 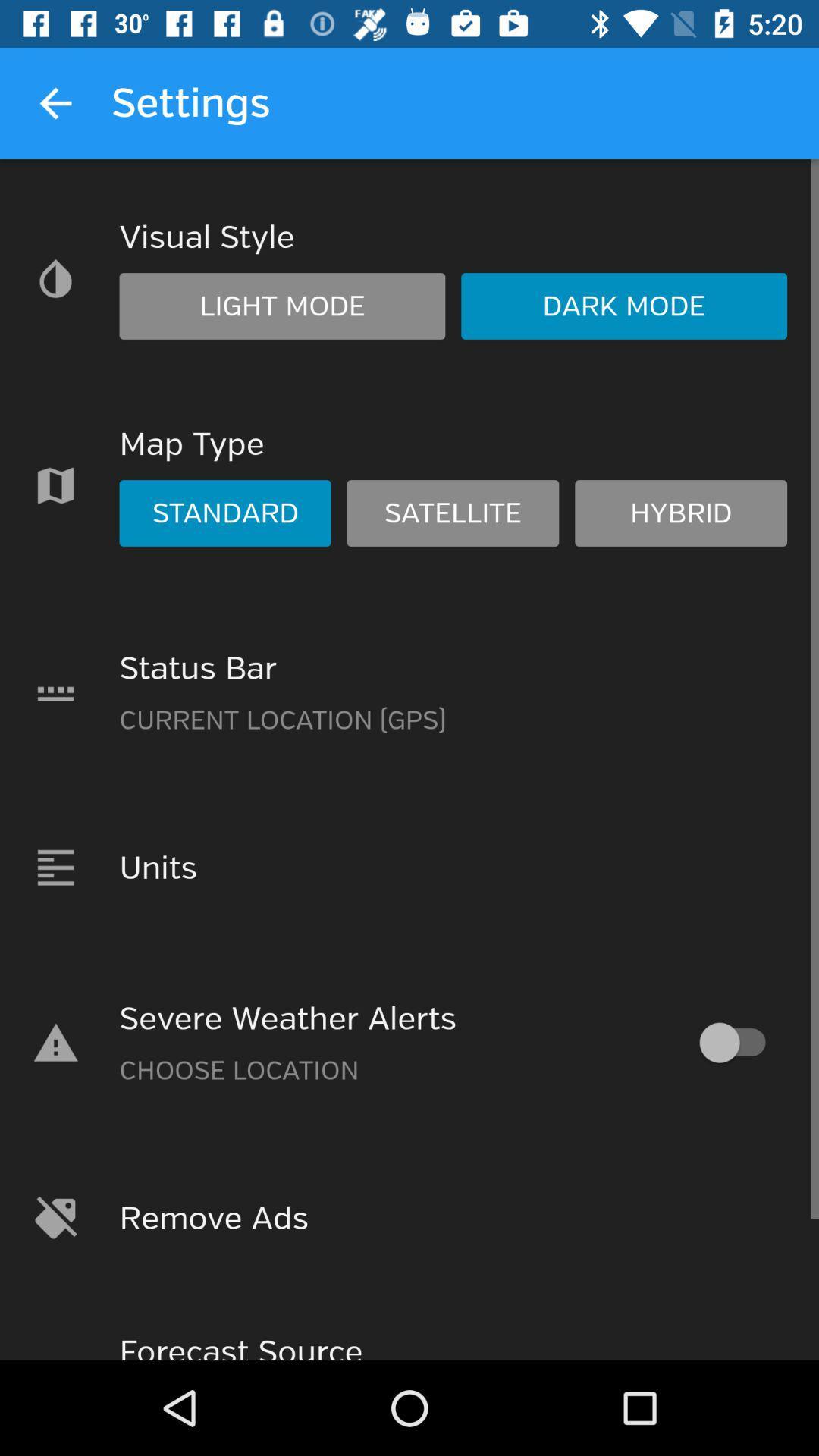 What do you see at coordinates (739, 1042) in the screenshot?
I see `the onoff icon beside severe weather alerts` at bounding box center [739, 1042].